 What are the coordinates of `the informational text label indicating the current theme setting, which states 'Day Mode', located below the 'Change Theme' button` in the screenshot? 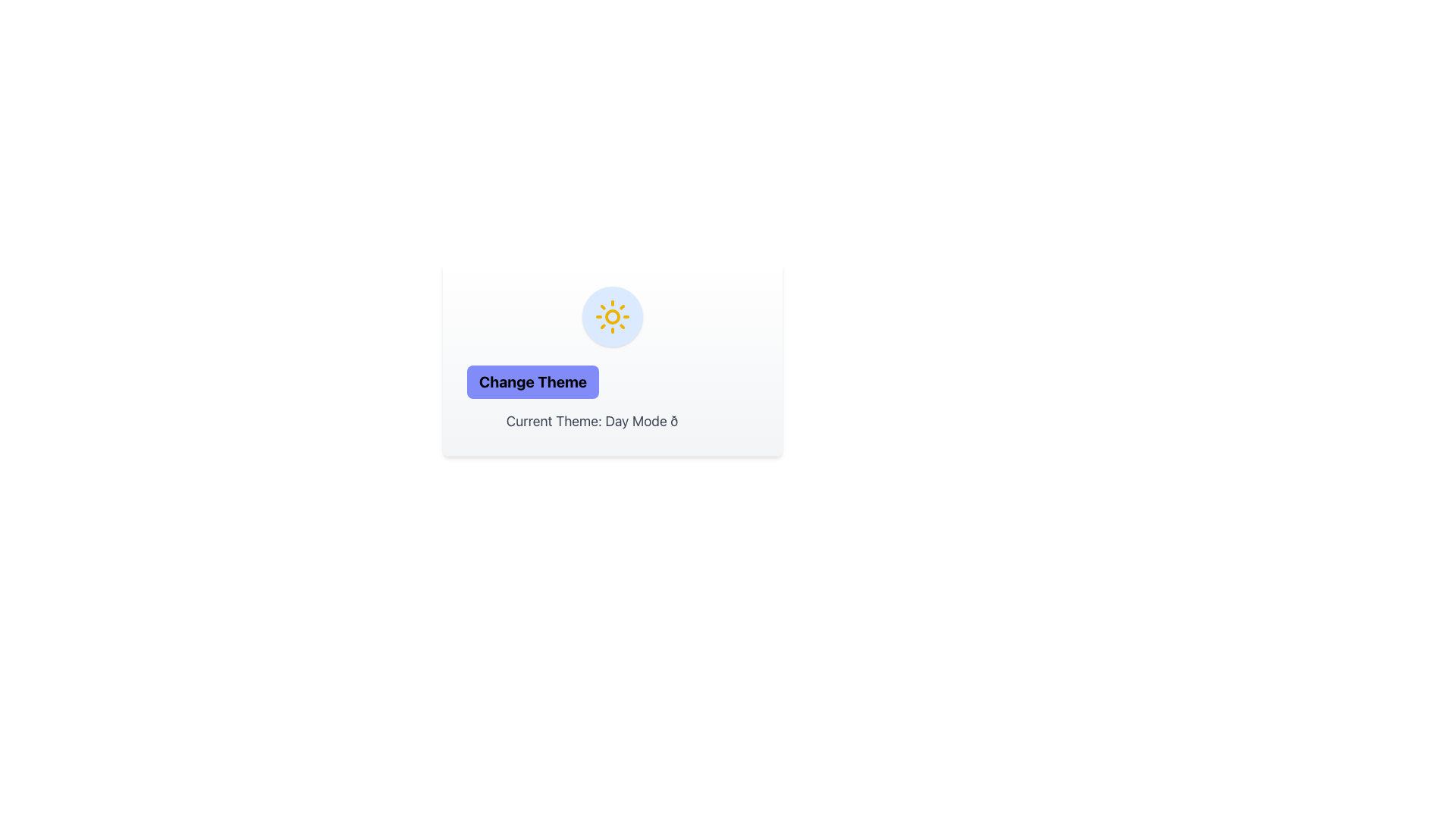 It's located at (612, 421).